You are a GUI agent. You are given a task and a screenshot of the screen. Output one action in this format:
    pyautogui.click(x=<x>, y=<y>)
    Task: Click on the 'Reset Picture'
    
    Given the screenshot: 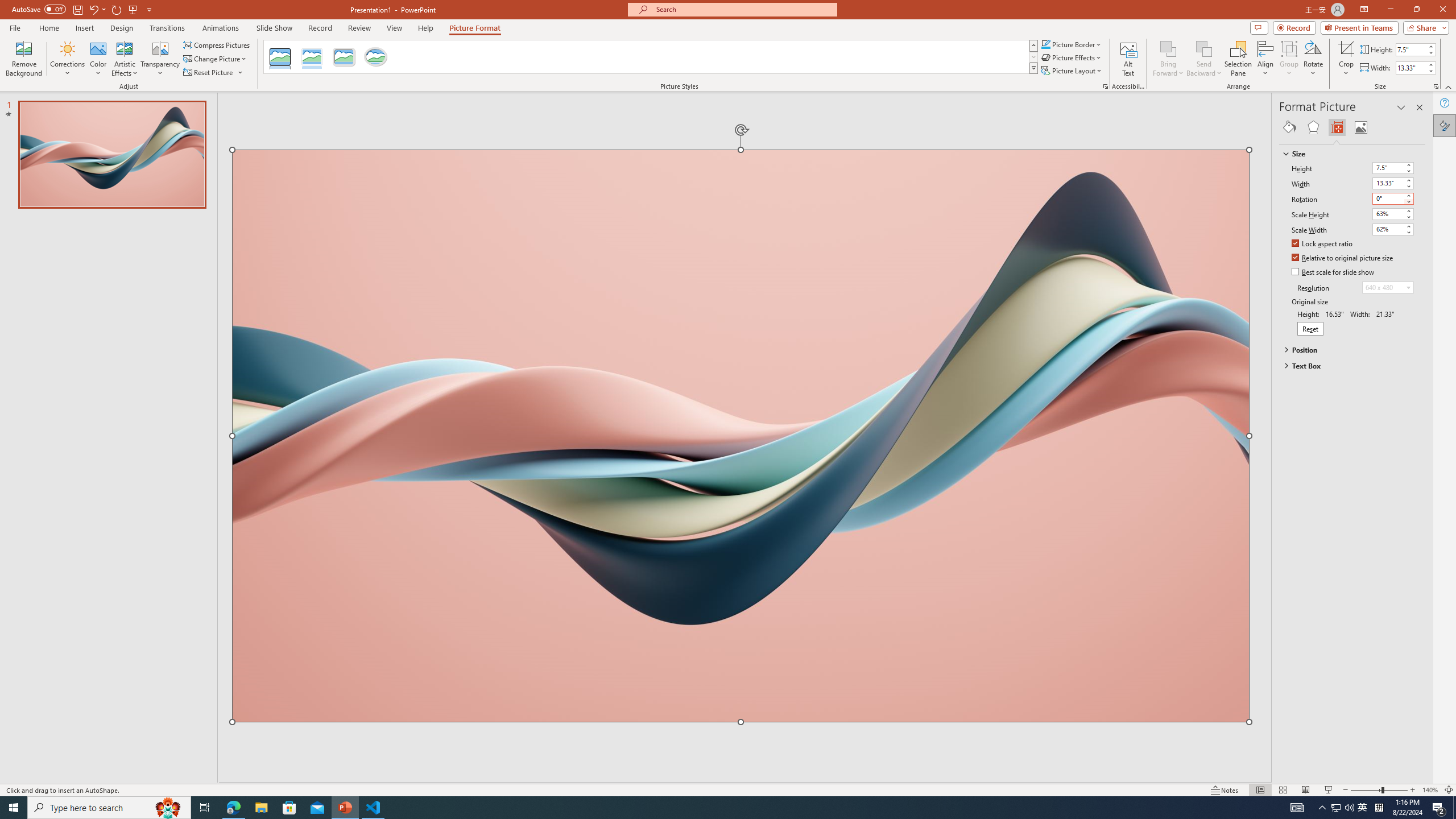 What is the action you would take?
    pyautogui.click(x=213, y=72)
    